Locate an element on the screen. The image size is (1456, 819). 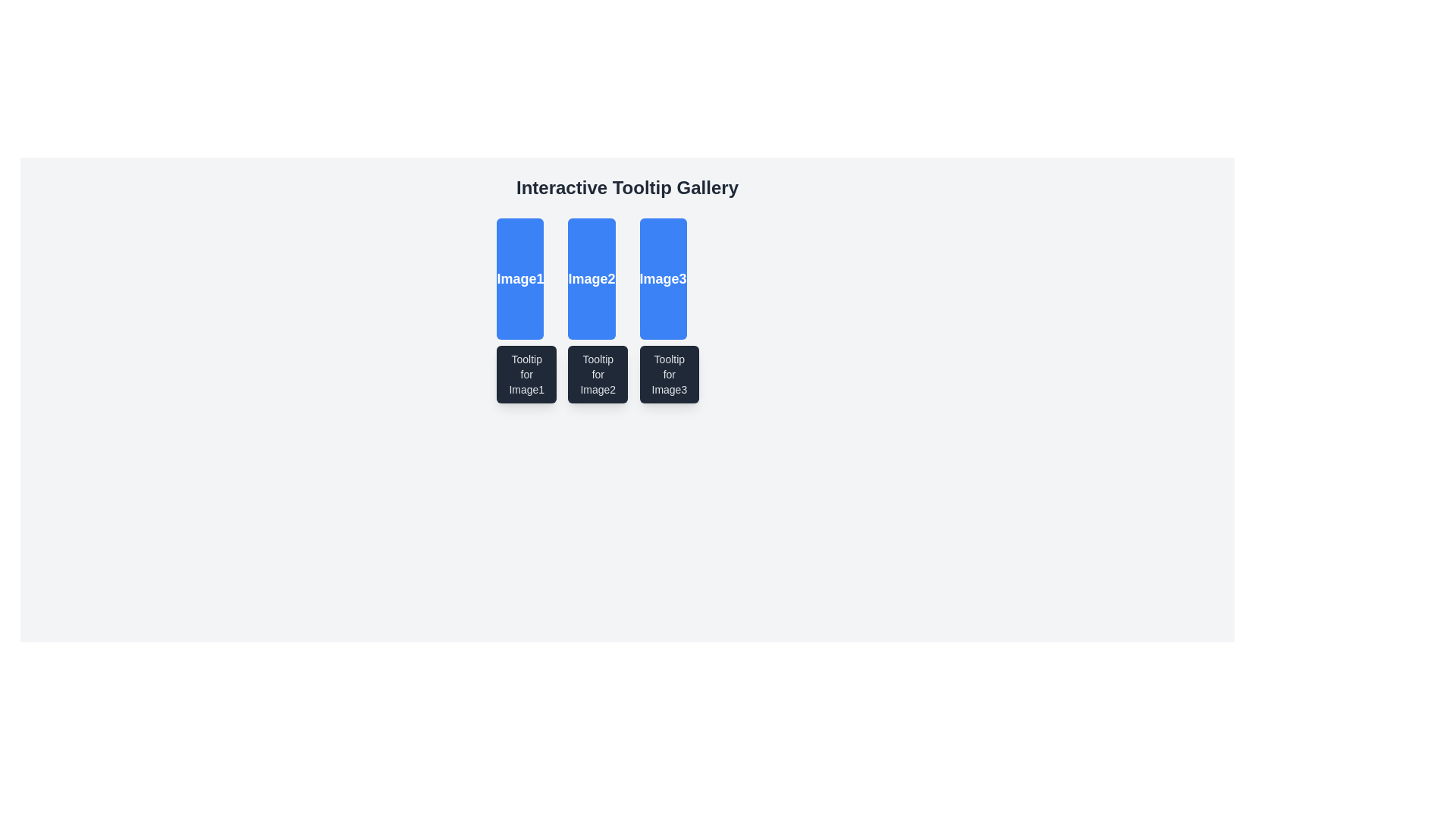
tooltip text 'Tooltip for Image1' which appears below the 'Image1' button, styled with a dark background and light-colored text is located at coordinates (526, 374).